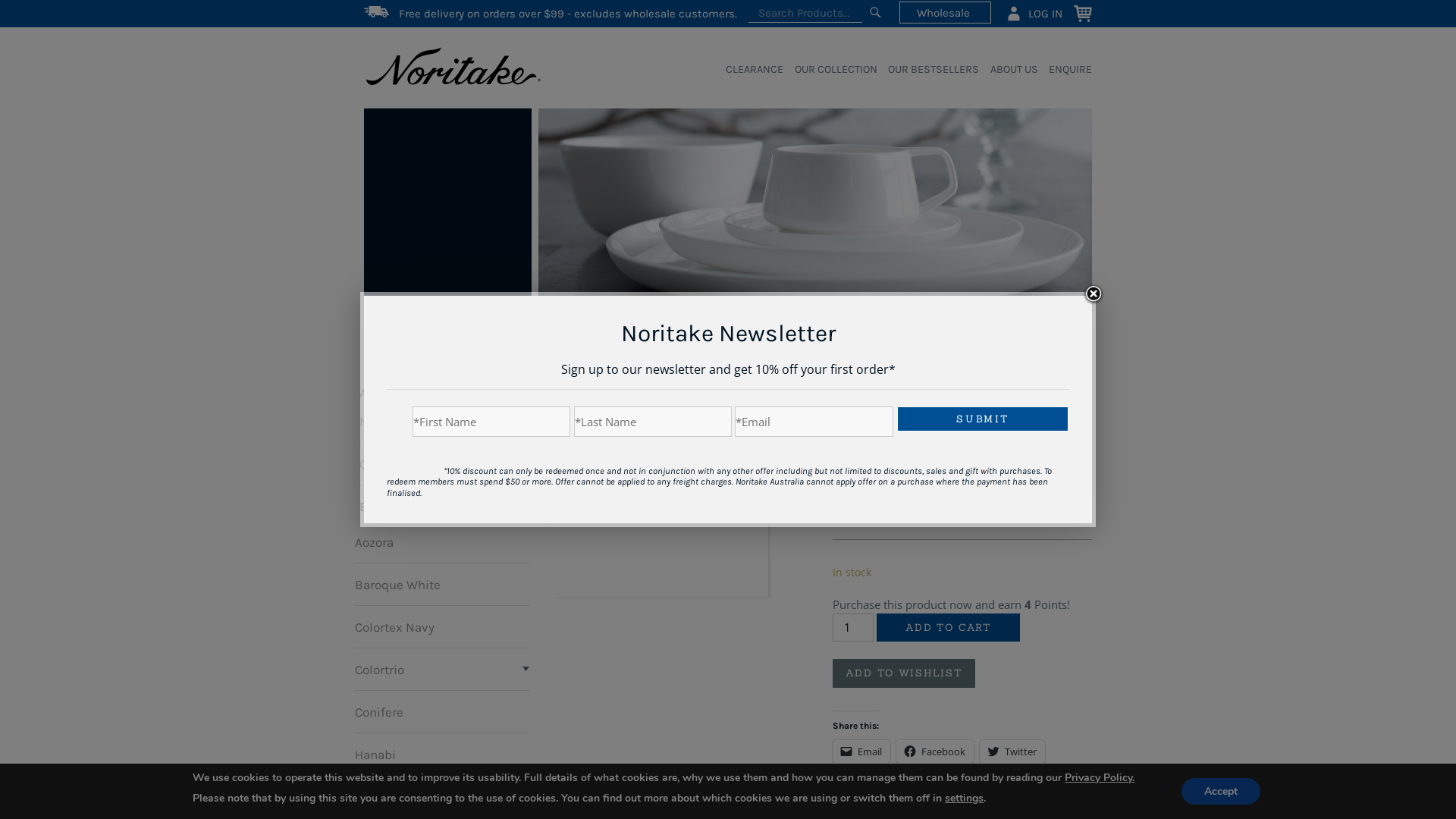  I want to click on 'Privacy Policy.', so click(1099, 777).